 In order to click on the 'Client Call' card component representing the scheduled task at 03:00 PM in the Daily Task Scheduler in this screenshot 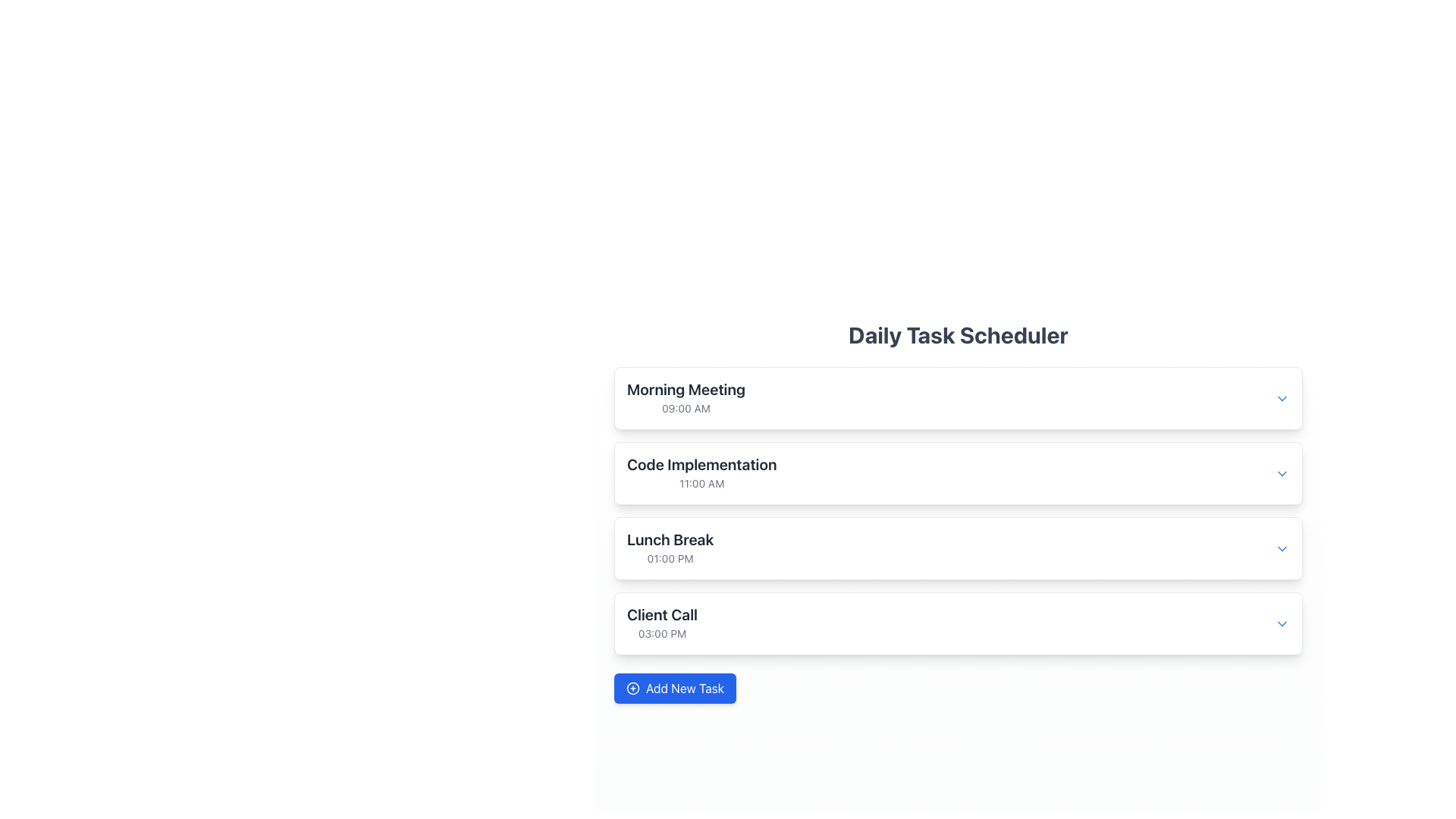, I will do `click(957, 623)`.